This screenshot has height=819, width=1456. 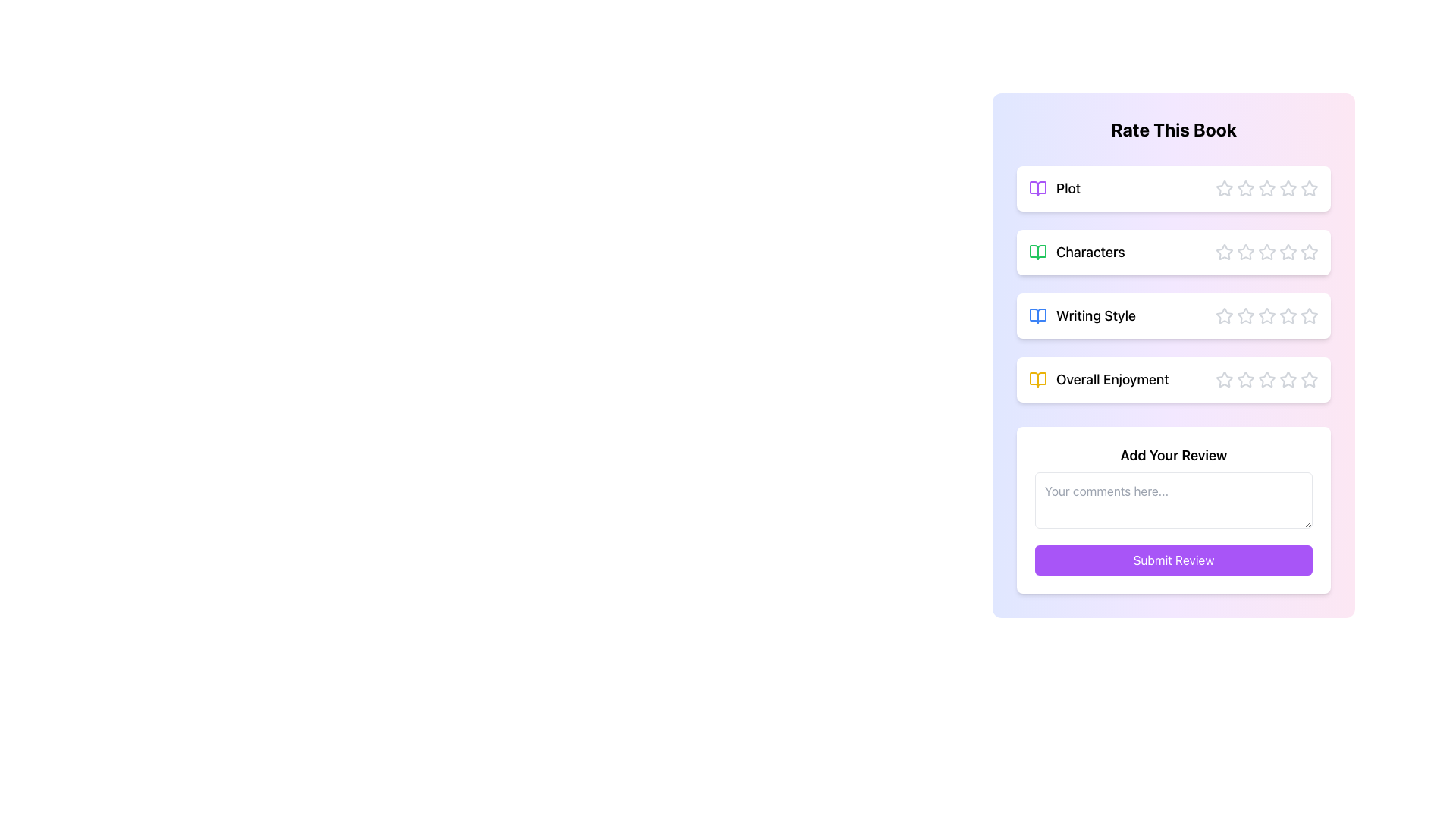 I want to click on on the third star icon in the 5-star rating row for the 'Writing Style' category, so click(x=1309, y=315).